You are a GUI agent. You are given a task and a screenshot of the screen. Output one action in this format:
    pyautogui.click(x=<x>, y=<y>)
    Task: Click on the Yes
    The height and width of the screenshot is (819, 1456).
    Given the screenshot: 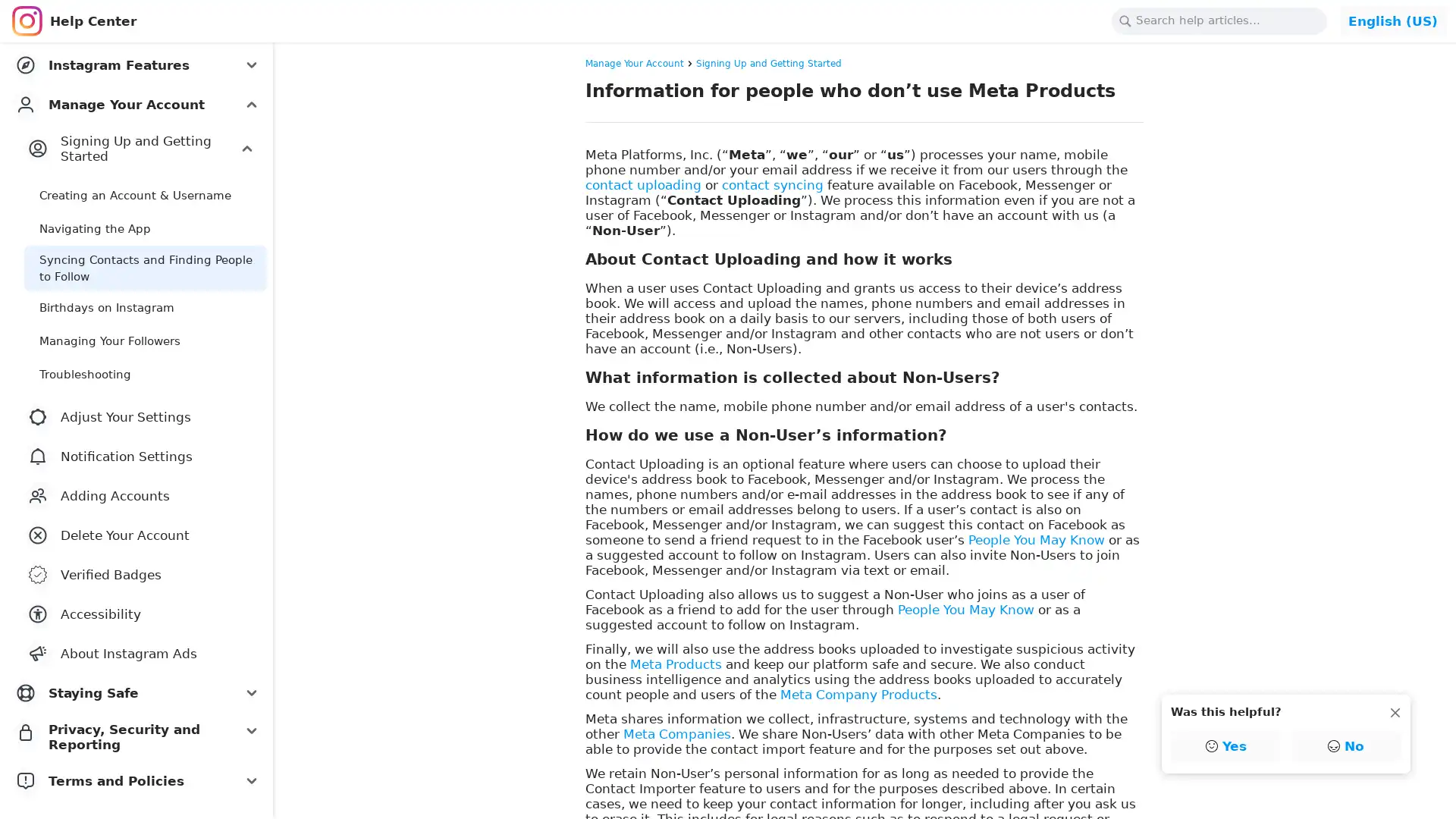 What is the action you would take?
    pyautogui.click(x=1226, y=745)
    